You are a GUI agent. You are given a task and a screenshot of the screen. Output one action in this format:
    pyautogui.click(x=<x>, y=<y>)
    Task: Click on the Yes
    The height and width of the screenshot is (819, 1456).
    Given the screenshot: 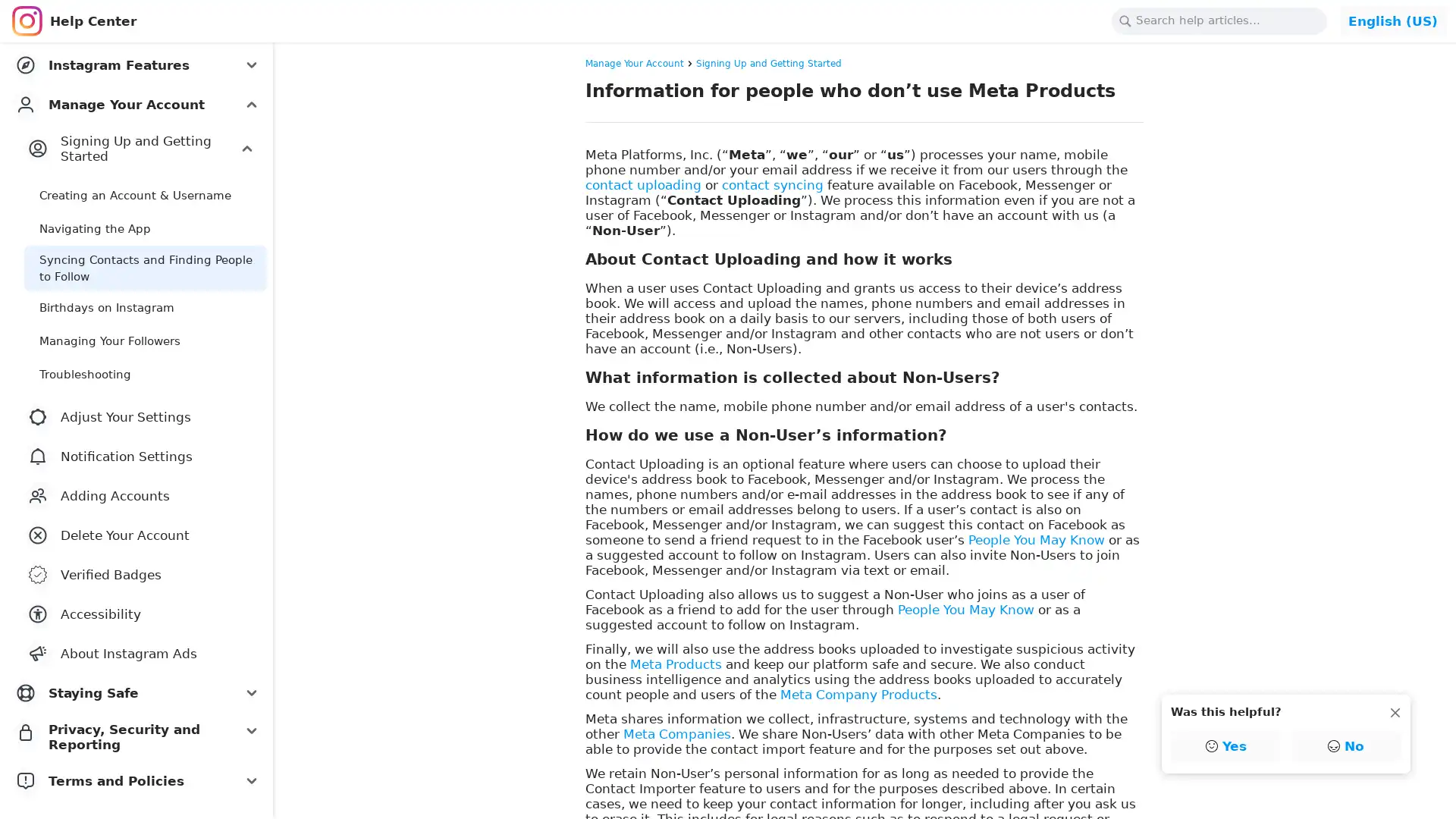 What is the action you would take?
    pyautogui.click(x=1226, y=745)
    